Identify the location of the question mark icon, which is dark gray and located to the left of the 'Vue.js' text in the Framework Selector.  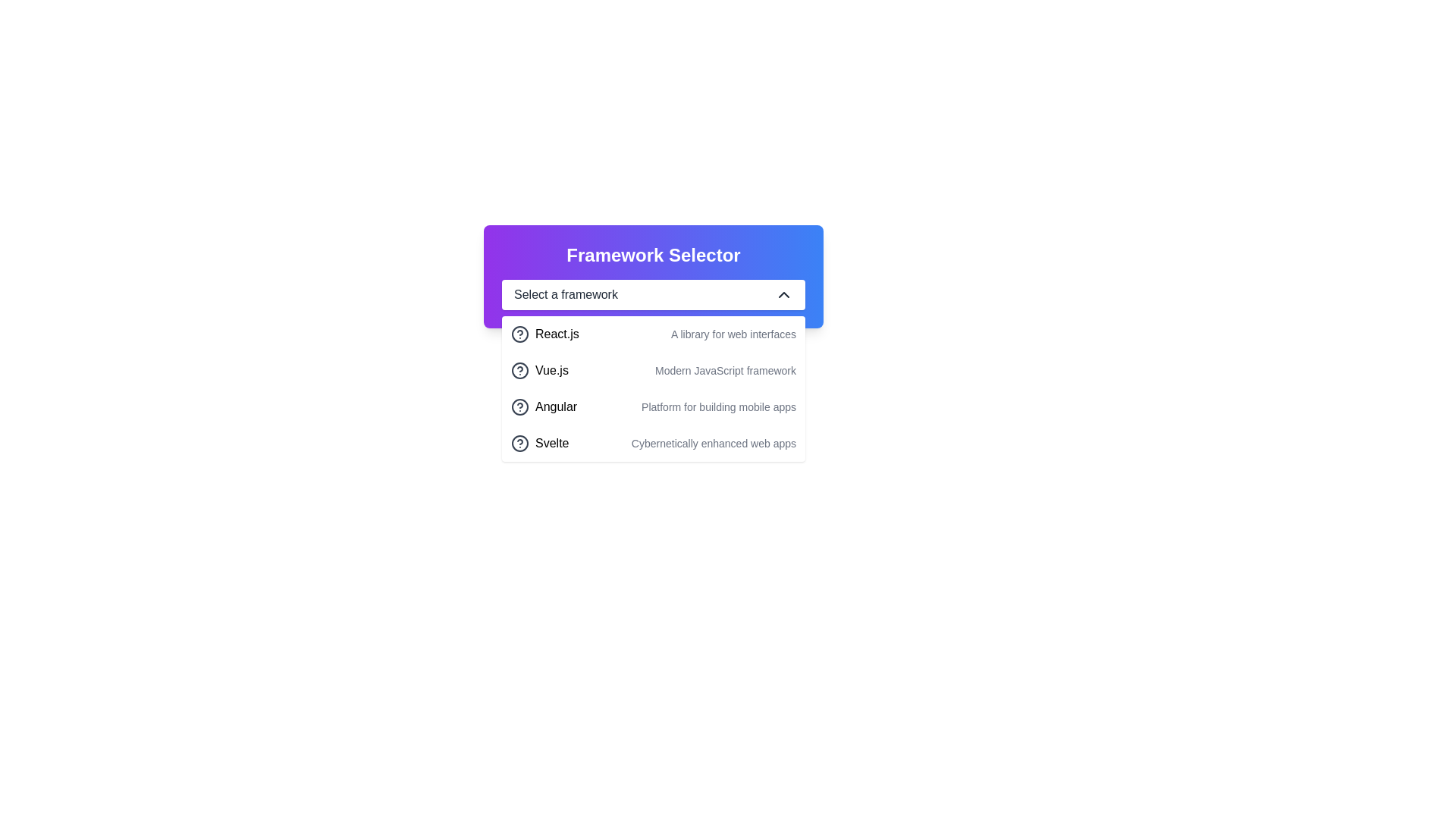
(520, 371).